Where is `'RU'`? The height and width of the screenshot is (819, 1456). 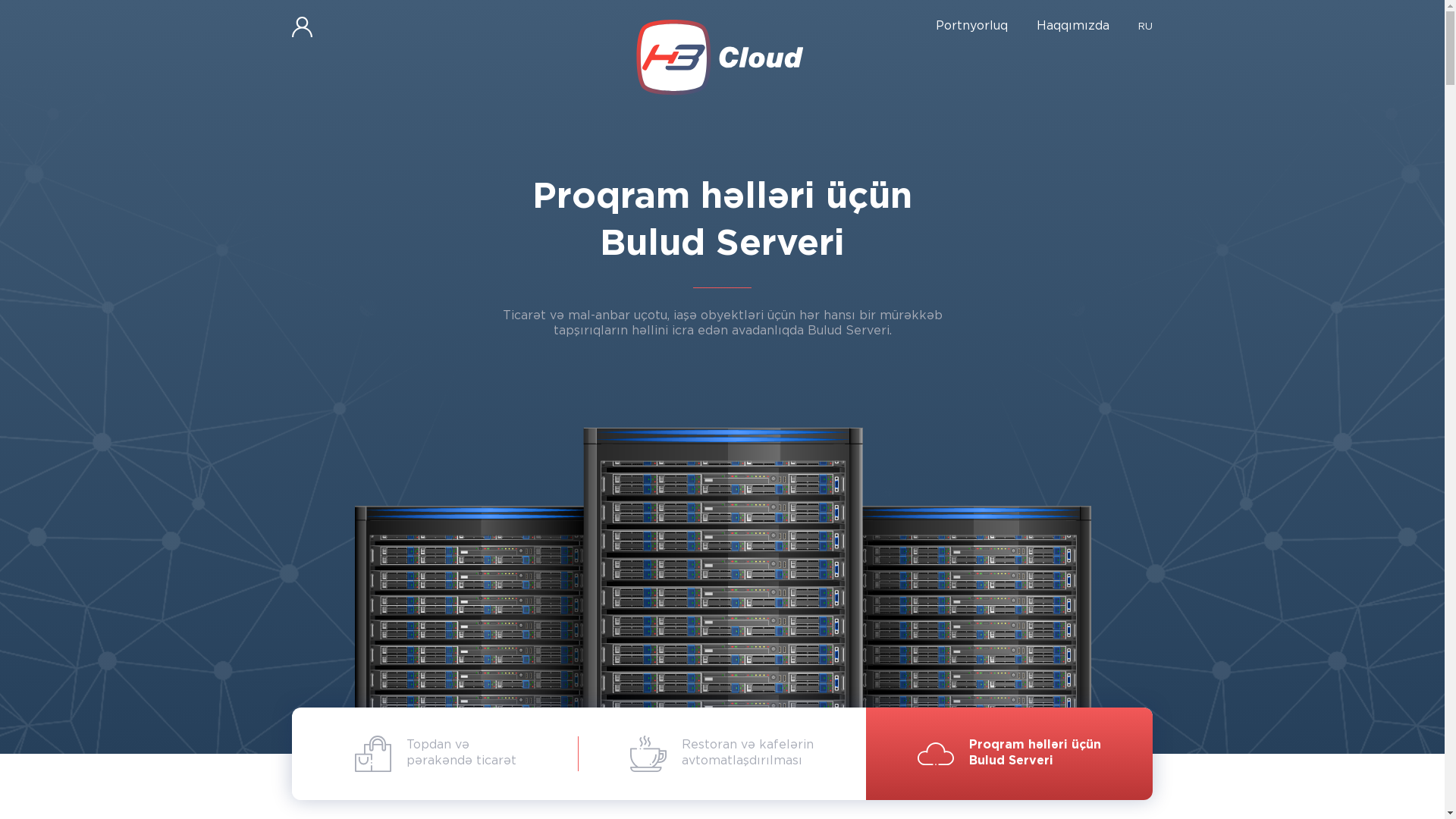 'RU' is located at coordinates (1145, 27).